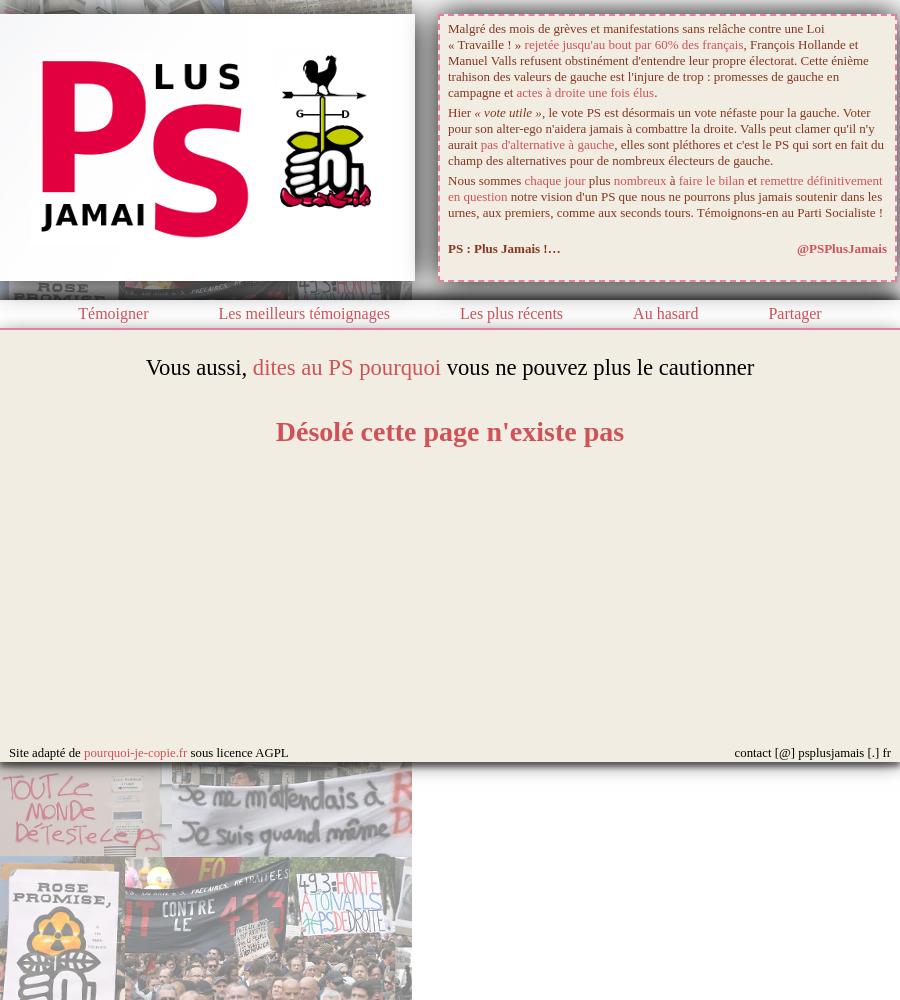  I want to click on 'sous licence AGPL', so click(187, 753).